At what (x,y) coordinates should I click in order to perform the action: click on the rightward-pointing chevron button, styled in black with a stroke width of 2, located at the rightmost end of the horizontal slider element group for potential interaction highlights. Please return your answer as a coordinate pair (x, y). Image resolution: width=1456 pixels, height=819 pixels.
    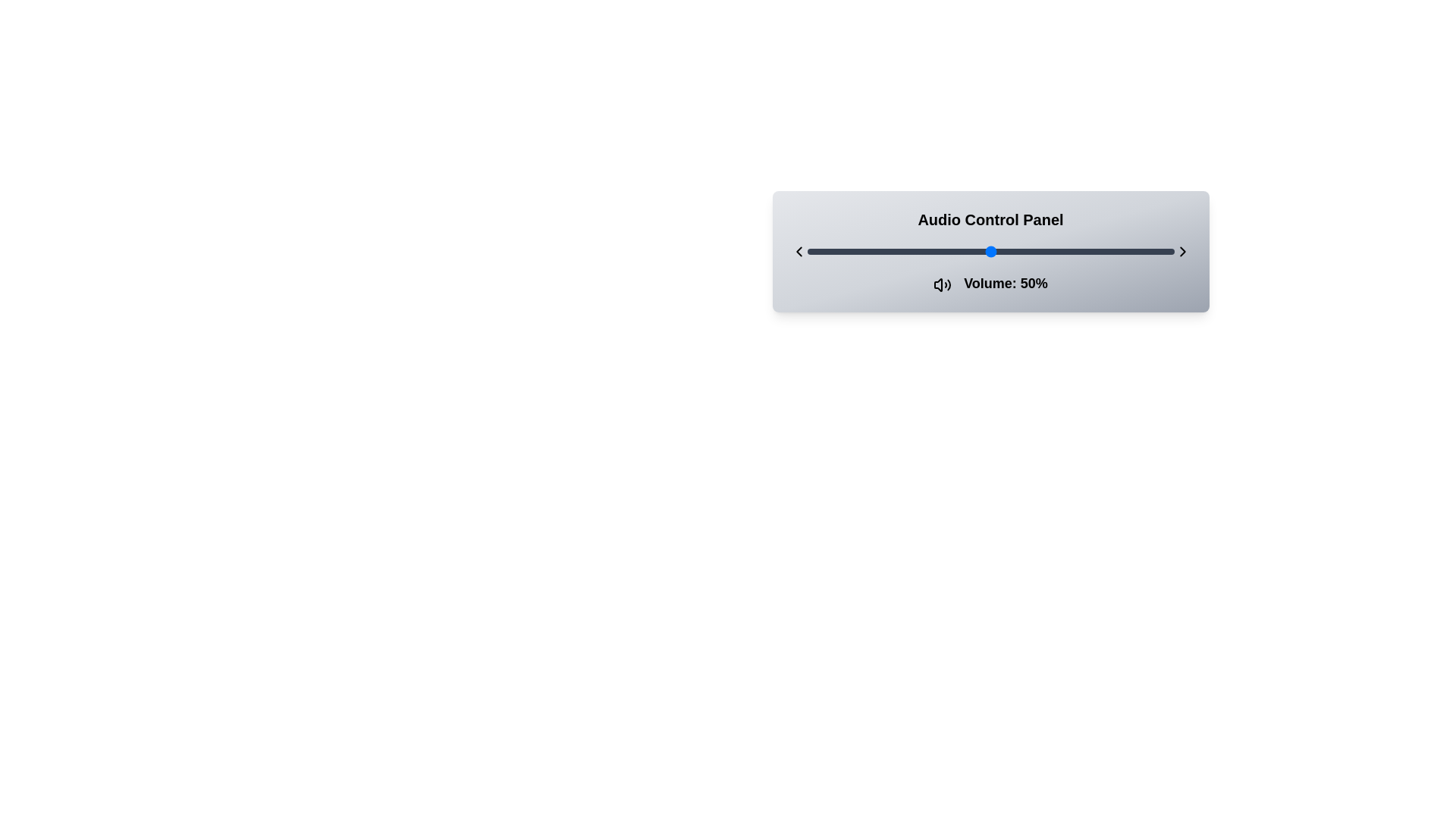
    Looking at the image, I should click on (1181, 250).